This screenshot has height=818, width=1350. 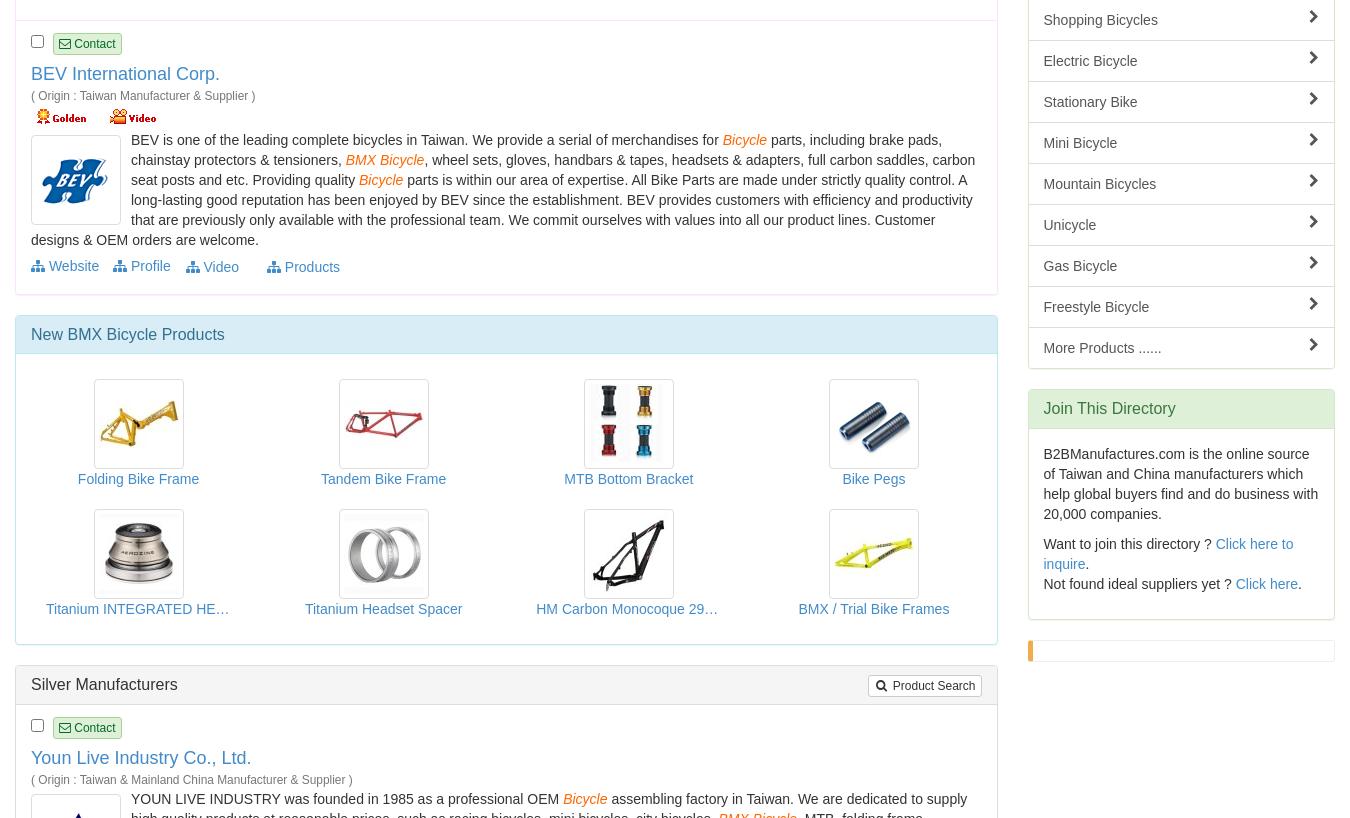 What do you see at coordinates (1080, 266) in the screenshot?
I see `'Gas Bicycle'` at bounding box center [1080, 266].